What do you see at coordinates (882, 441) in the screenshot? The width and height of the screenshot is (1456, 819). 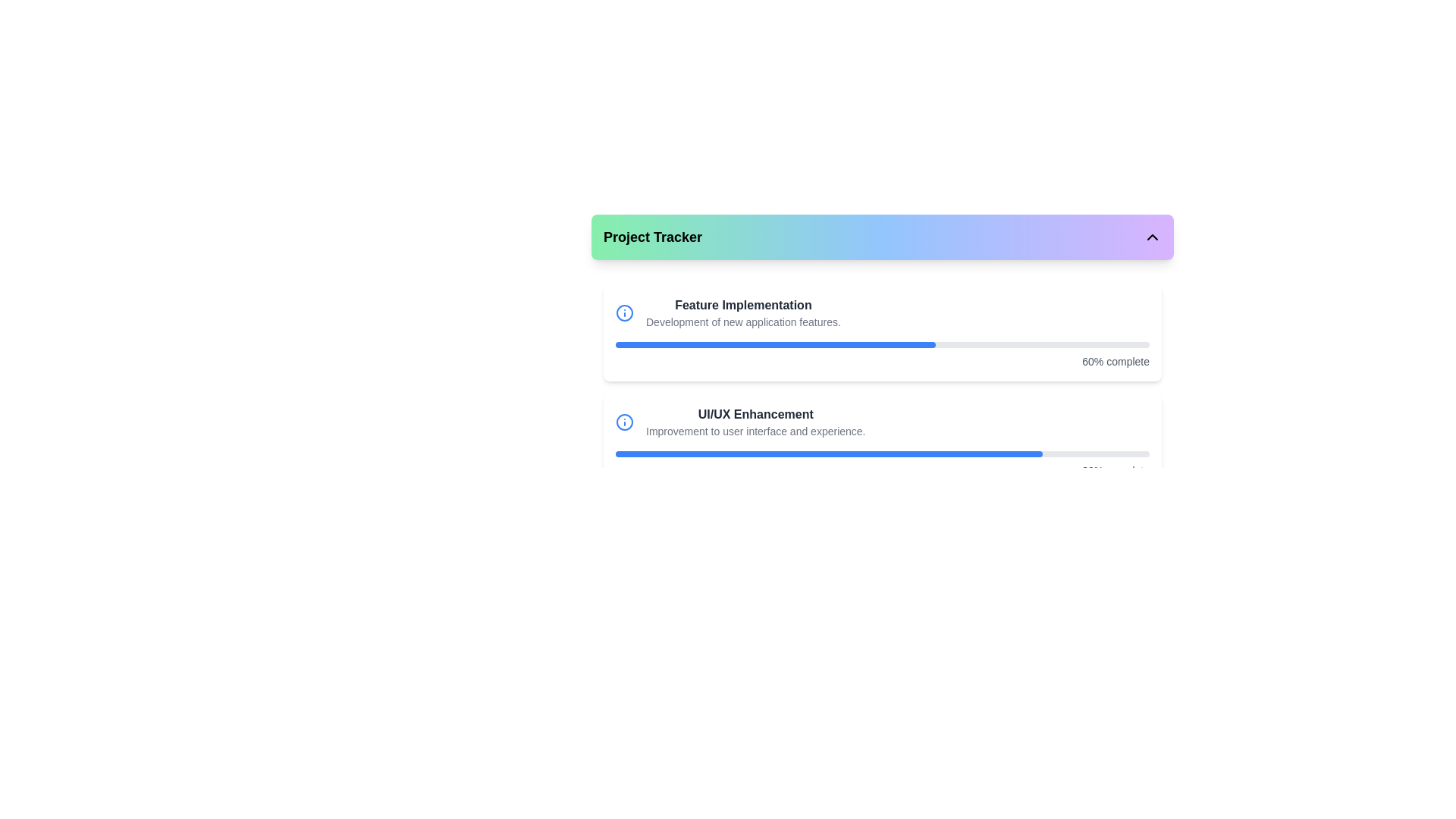 I see `the second Card element in the list of progress cards that displays information about a specific enhancement task related to UI/UX improvements` at bounding box center [882, 441].